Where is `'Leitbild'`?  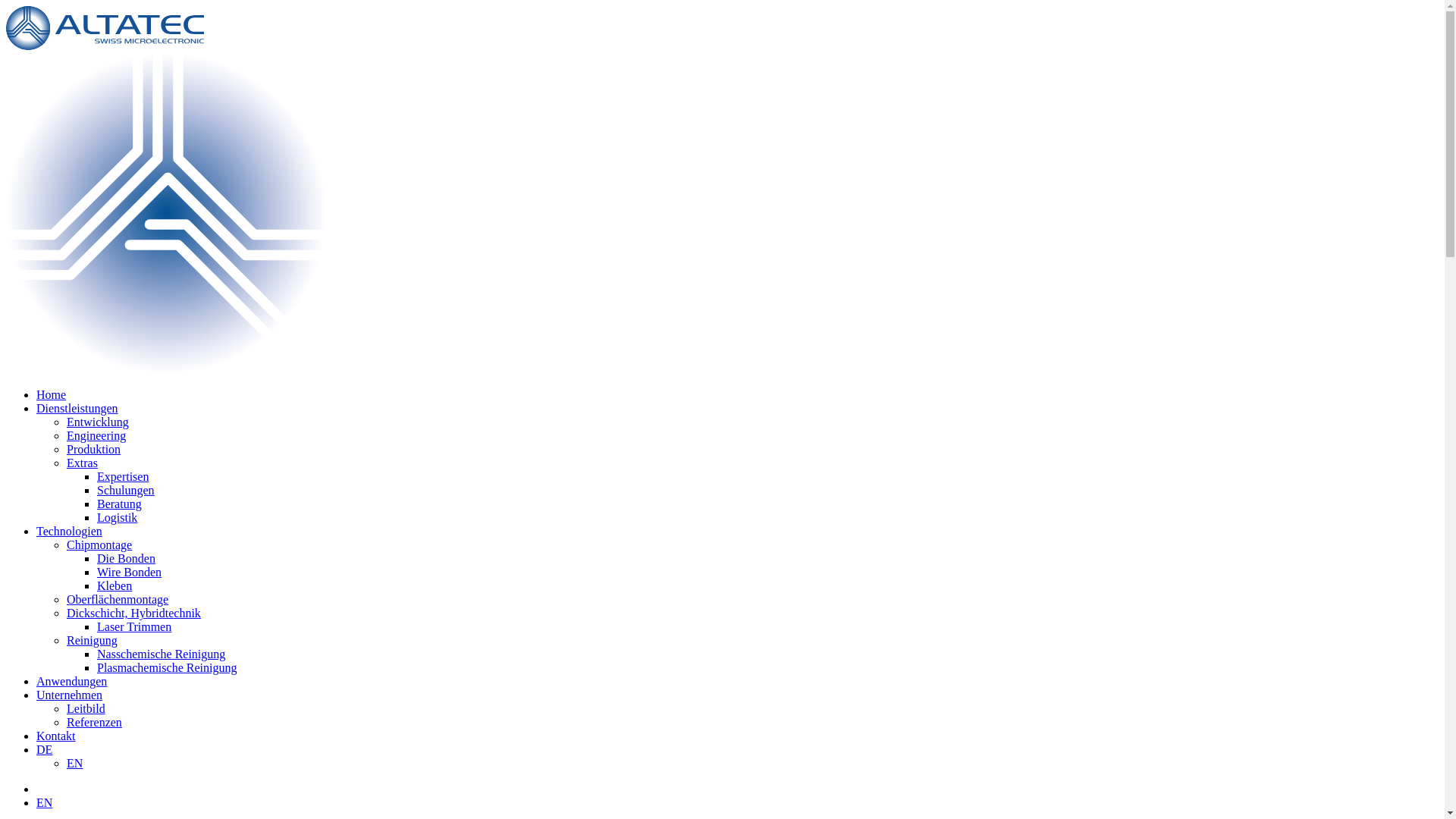
'Leitbild' is located at coordinates (85, 708).